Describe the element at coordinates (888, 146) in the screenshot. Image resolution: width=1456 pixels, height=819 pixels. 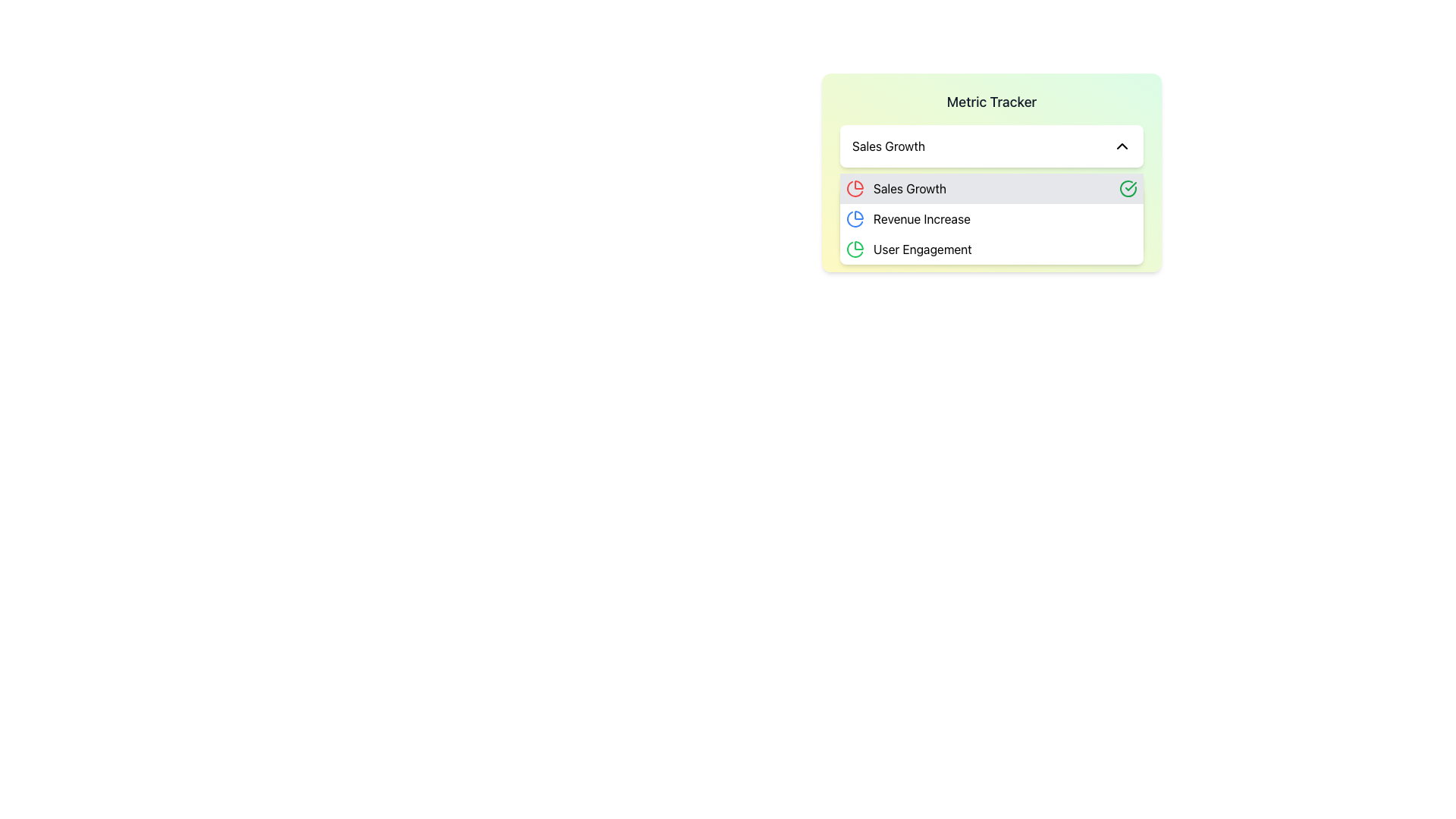
I see `the 'Sales Growth' label in the dropdown component under the 'Metric Tracker' header` at that location.